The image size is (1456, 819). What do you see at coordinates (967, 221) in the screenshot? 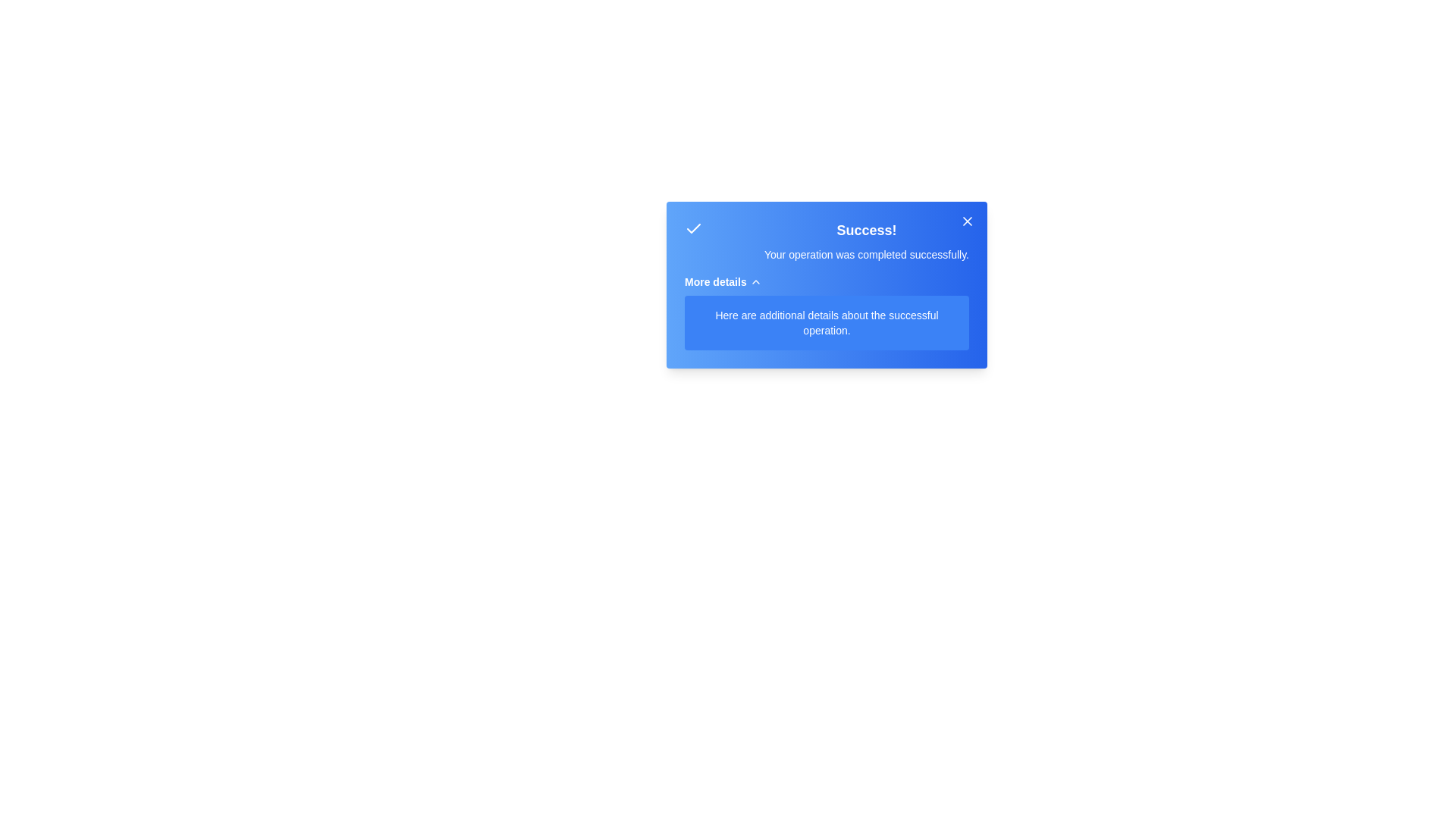
I see `the close button to close the alert` at bounding box center [967, 221].